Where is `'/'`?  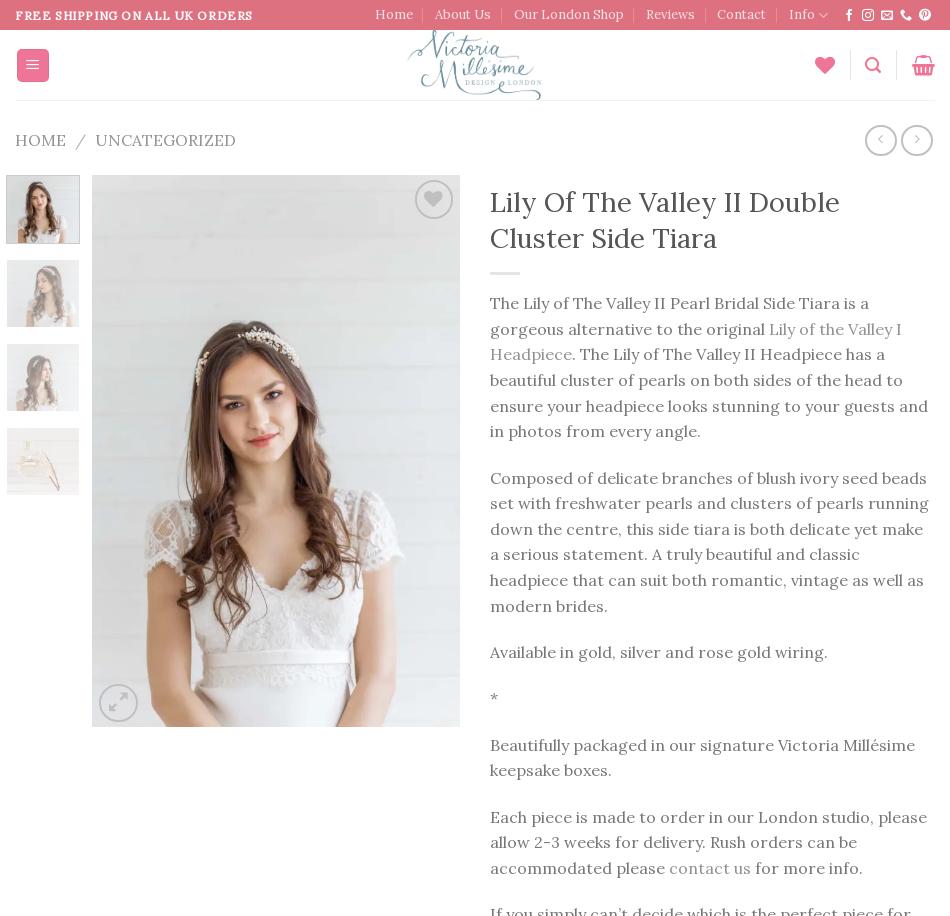
'/' is located at coordinates (79, 138).